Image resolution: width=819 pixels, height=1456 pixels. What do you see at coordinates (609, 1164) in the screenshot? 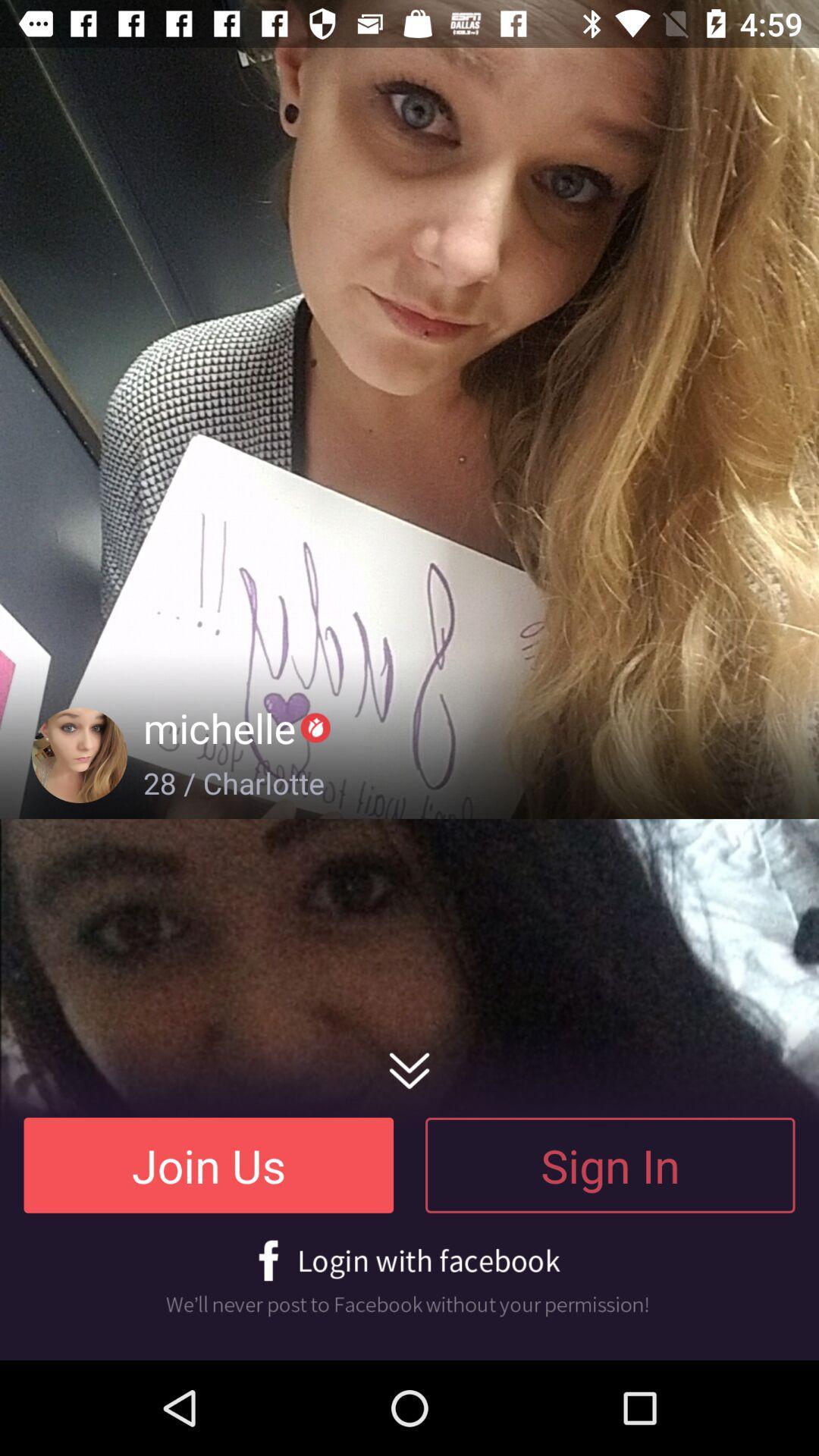
I see `sign in icon` at bounding box center [609, 1164].